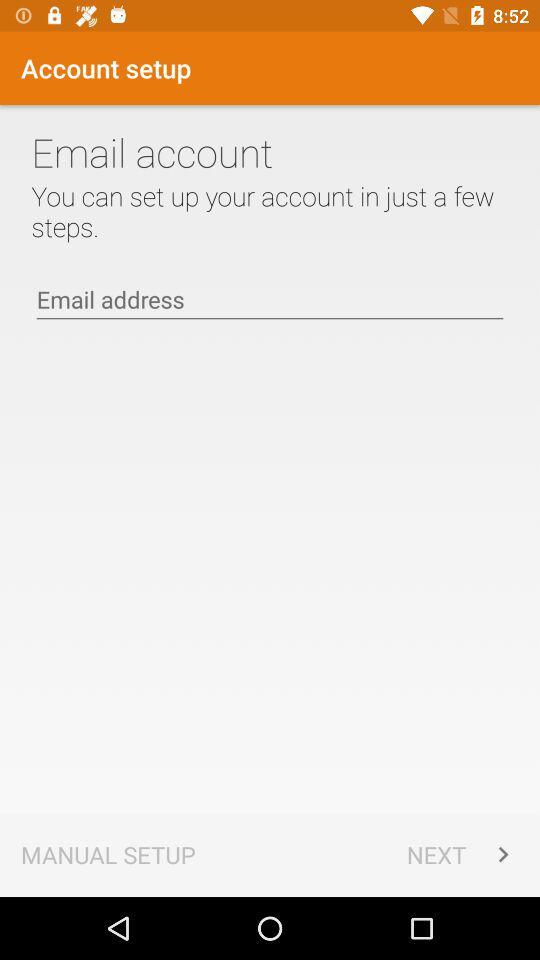  I want to click on the app next to next, so click(108, 853).